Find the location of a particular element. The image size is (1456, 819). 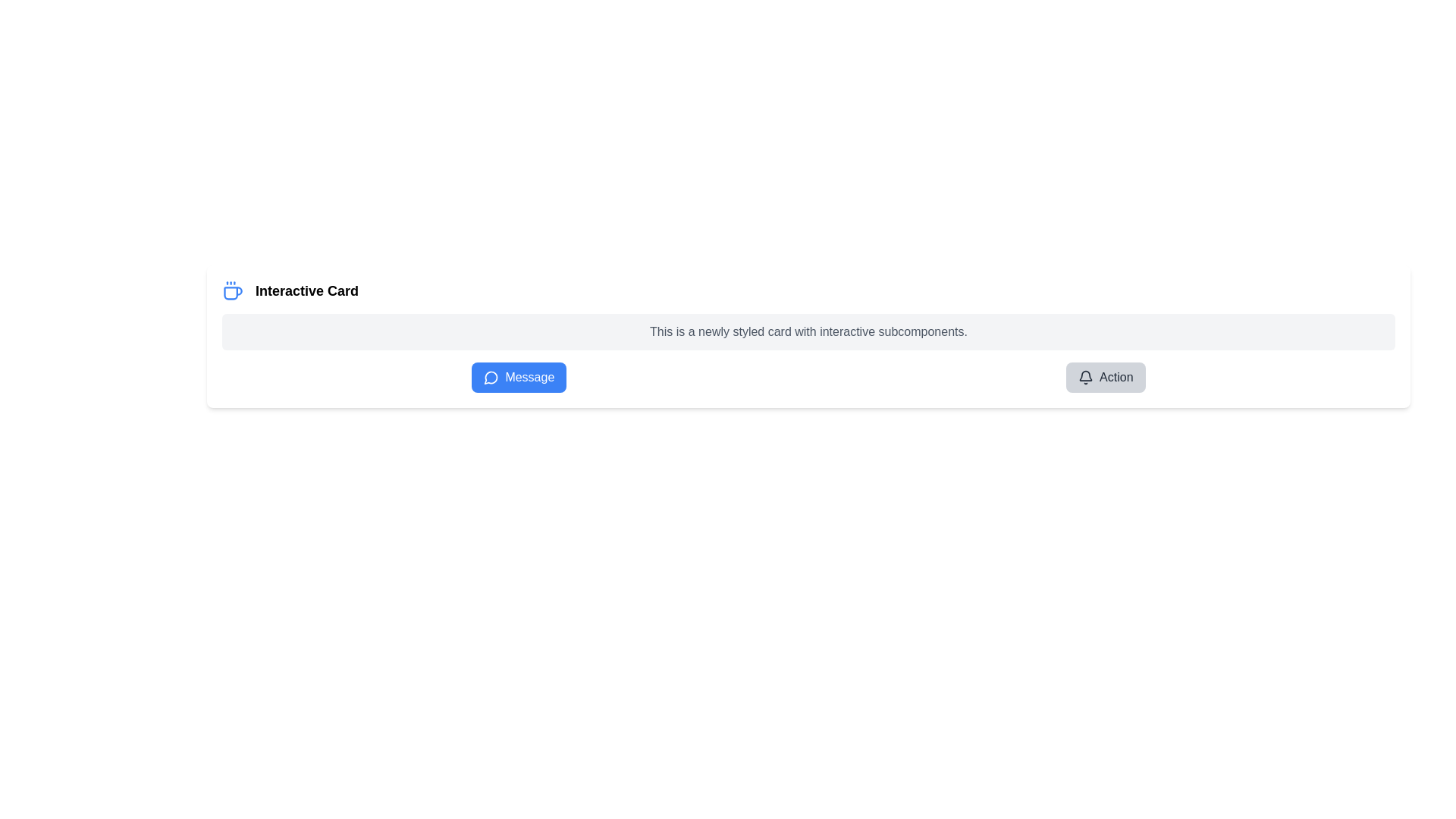

the outlined bell icon located at the far right of the interactive card within the 'Action' button, preceding the button text is located at coordinates (1085, 376).